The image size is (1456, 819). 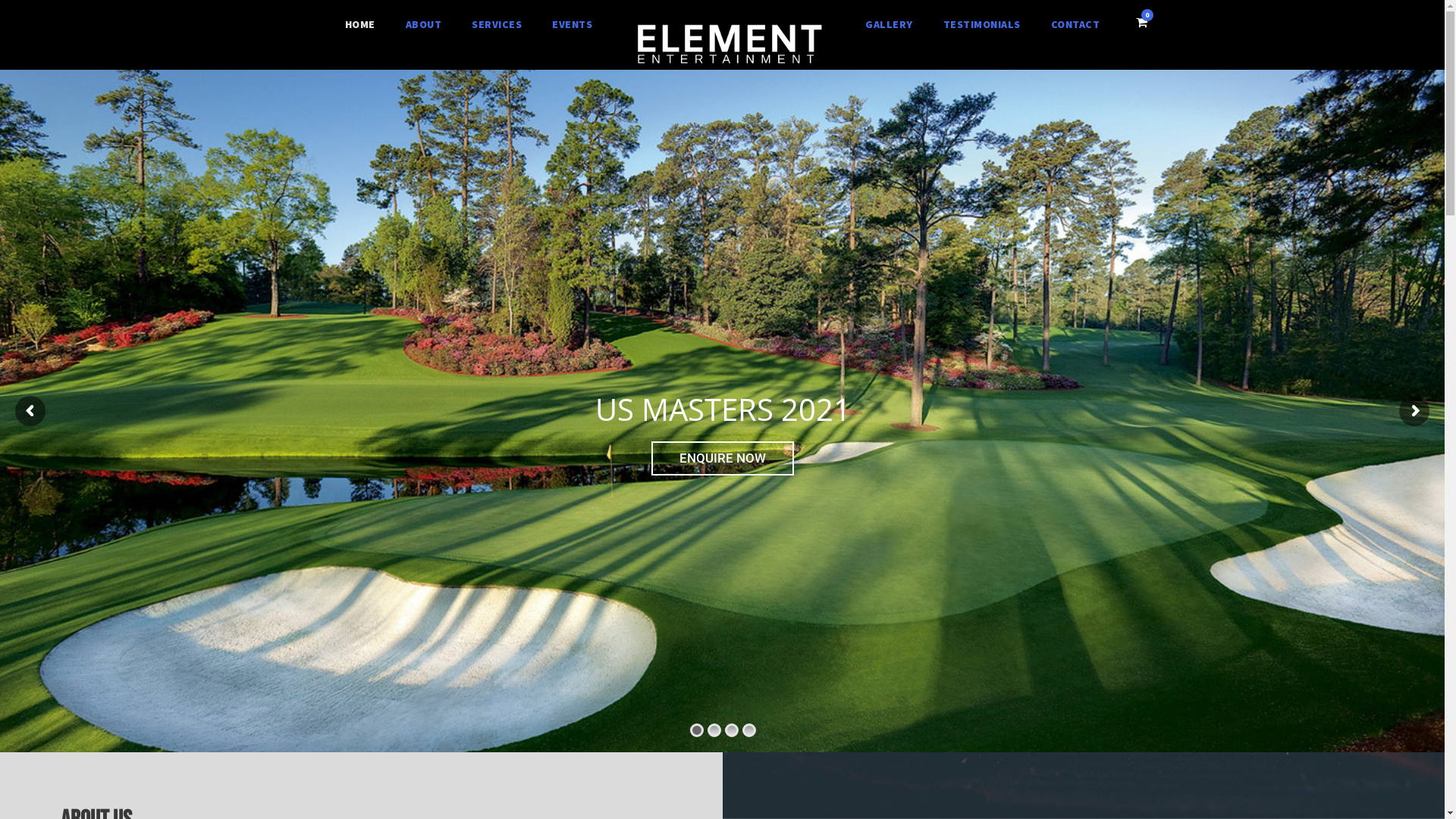 What do you see at coordinates (359, 25) in the screenshot?
I see `'HOME'` at bounding box center [359, 25].